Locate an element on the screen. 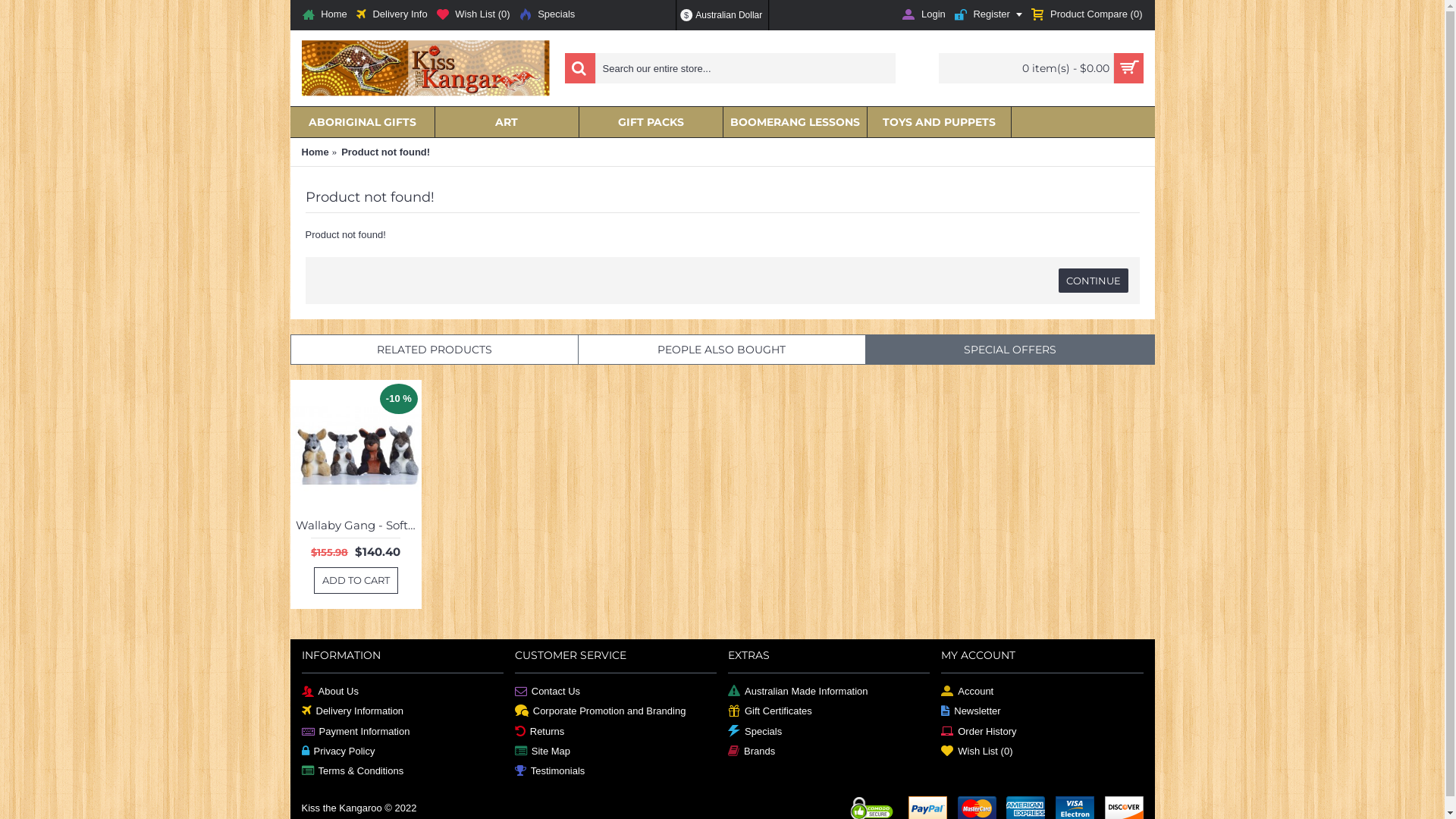 This screenshot has width=1456, height=819. 'Gift Certificates' is located at coordinates (828, 711).